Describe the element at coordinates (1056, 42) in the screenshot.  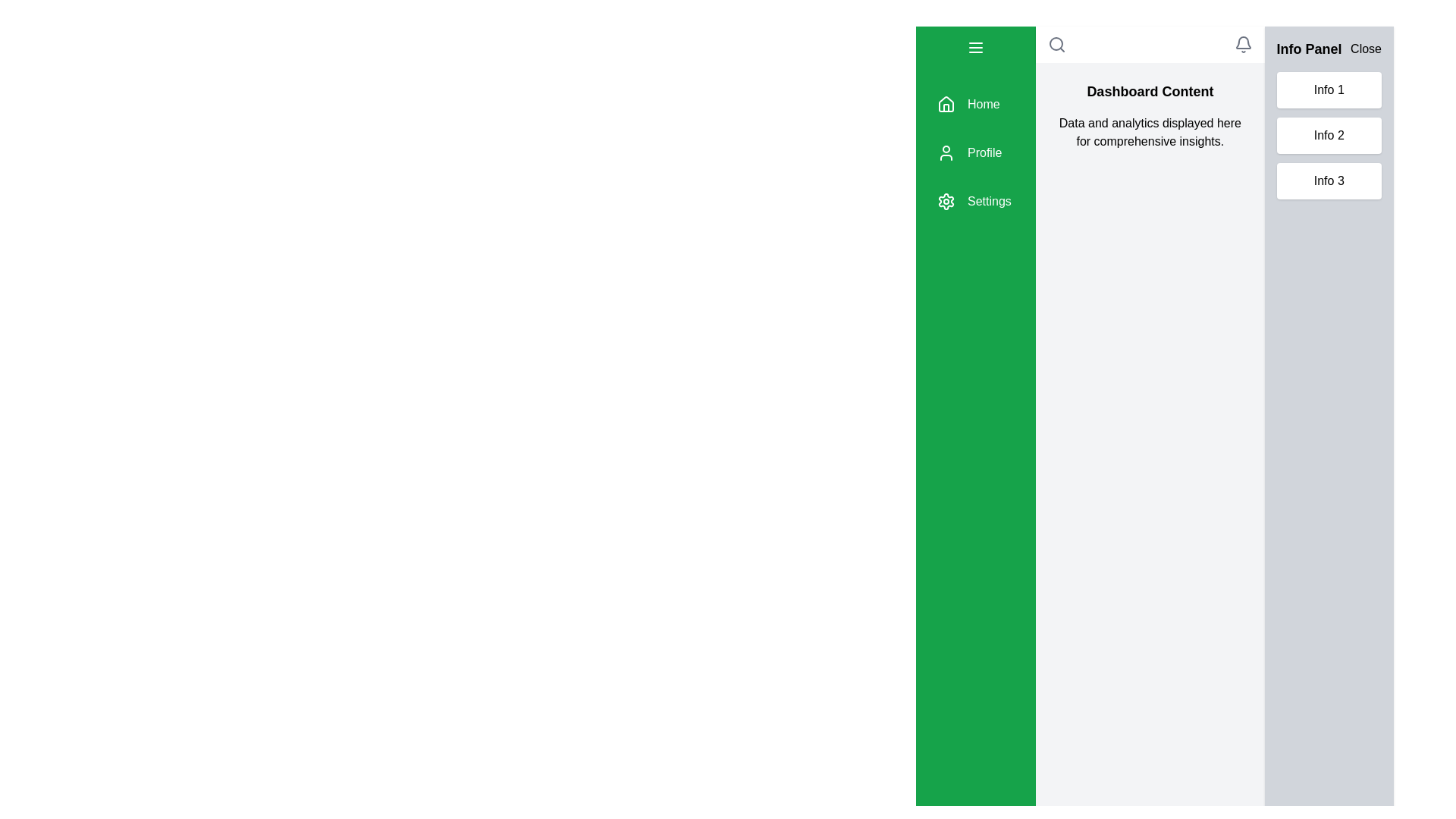
I see `the decorative SVG element representing search functionality located in the upper right part of the interface, adjacent to the title and navigation elements` at that location.